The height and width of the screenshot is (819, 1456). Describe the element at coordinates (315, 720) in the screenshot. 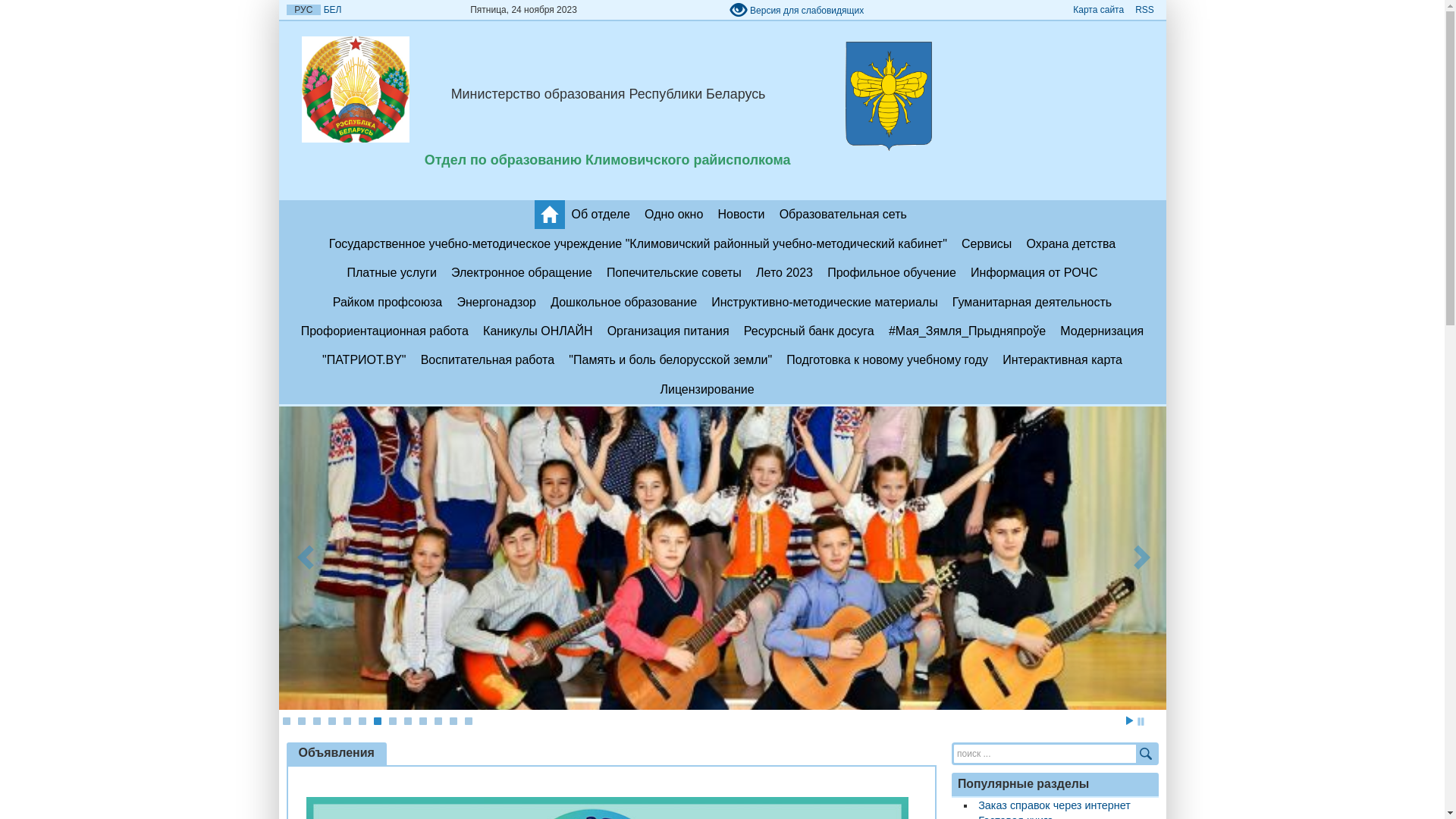

I see `'3'` at that location.